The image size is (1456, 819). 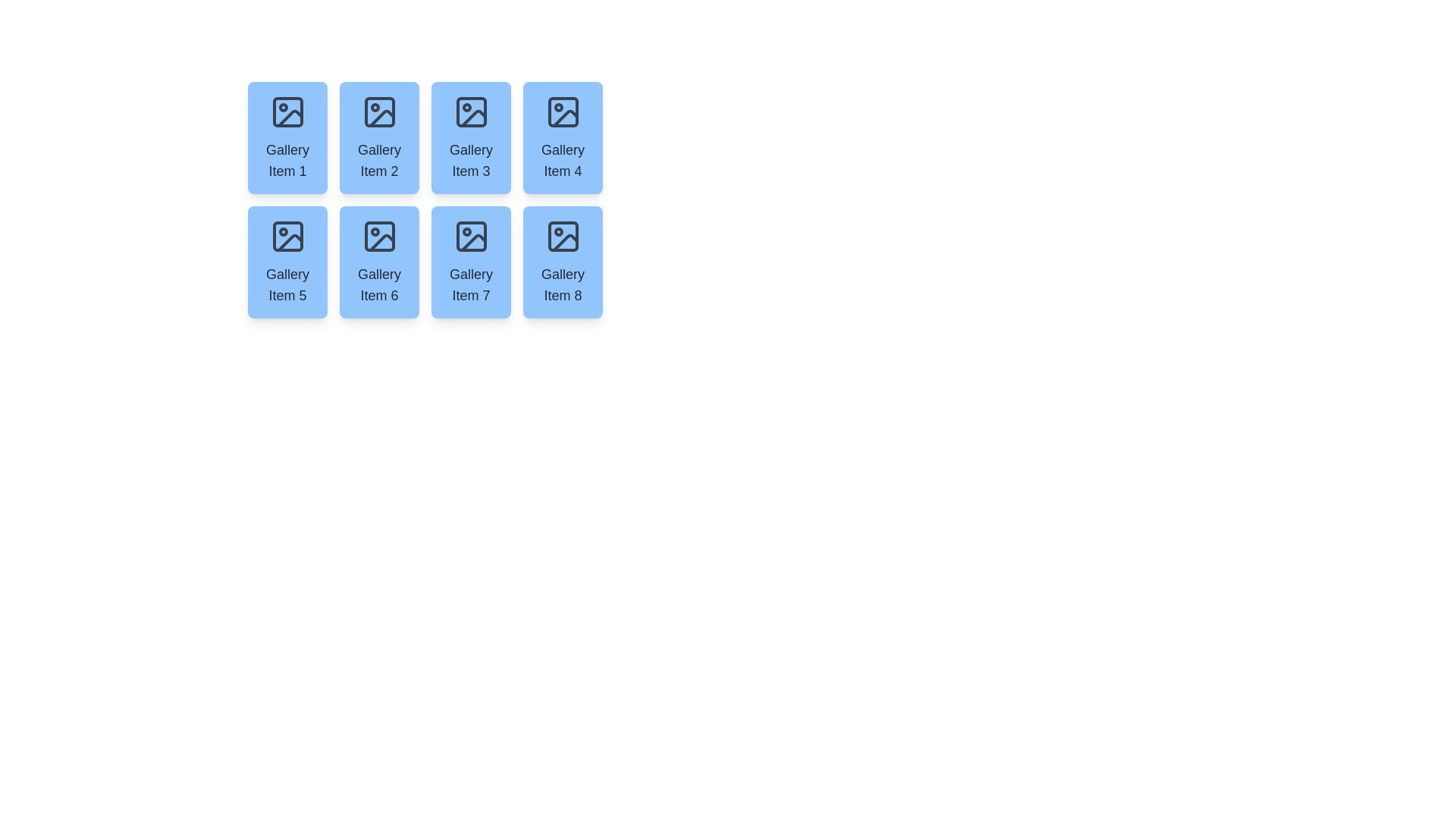 I want to click on the eighth card in the gallery, located in the last column of the second row, so click(x=562, y=262).